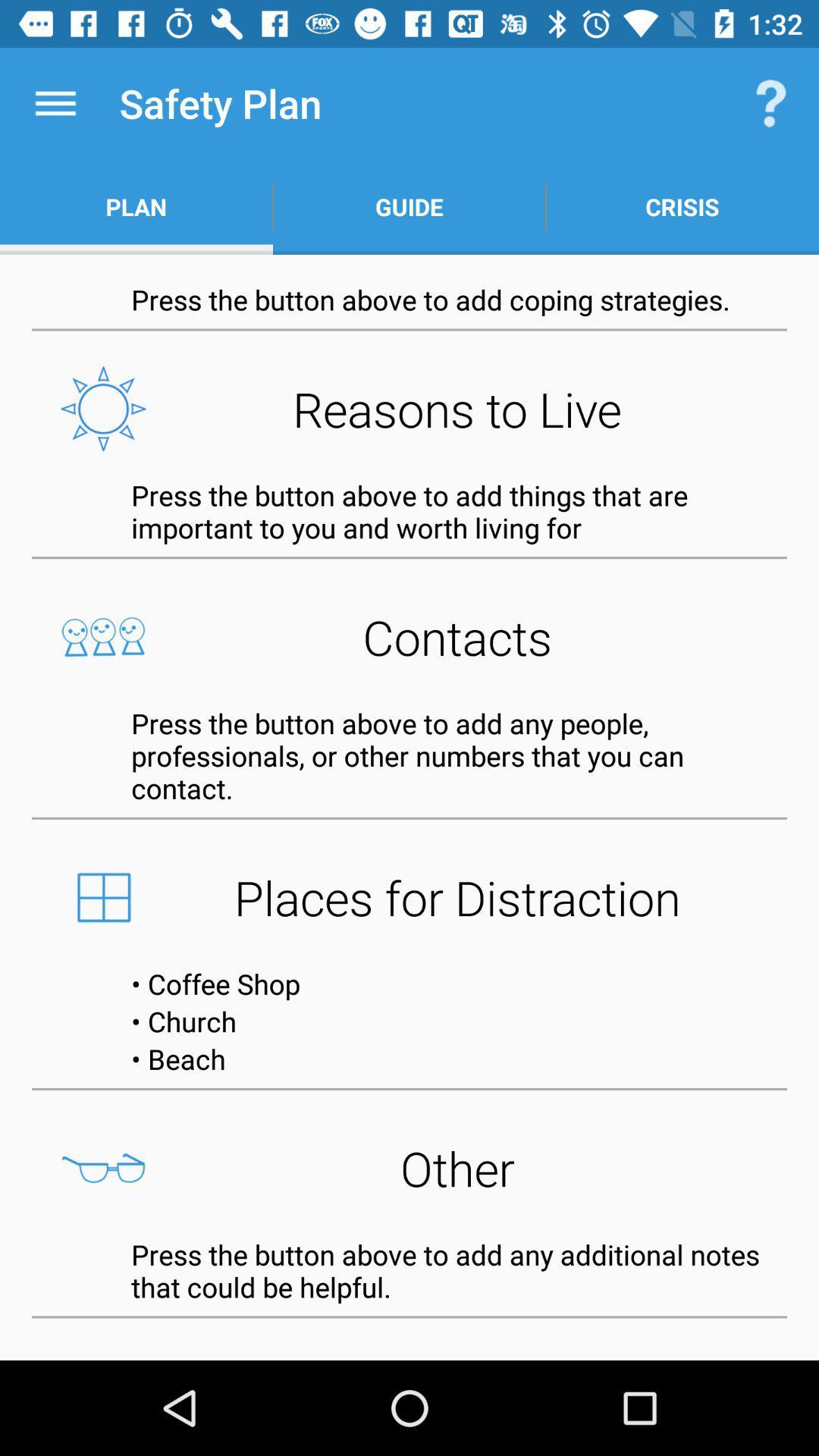 Image resolution: width=819 pixels, height=1456 pixels. Describe the element at coordinates (409, 206) in the screenshot. I see `item next to the plan item` at that location.